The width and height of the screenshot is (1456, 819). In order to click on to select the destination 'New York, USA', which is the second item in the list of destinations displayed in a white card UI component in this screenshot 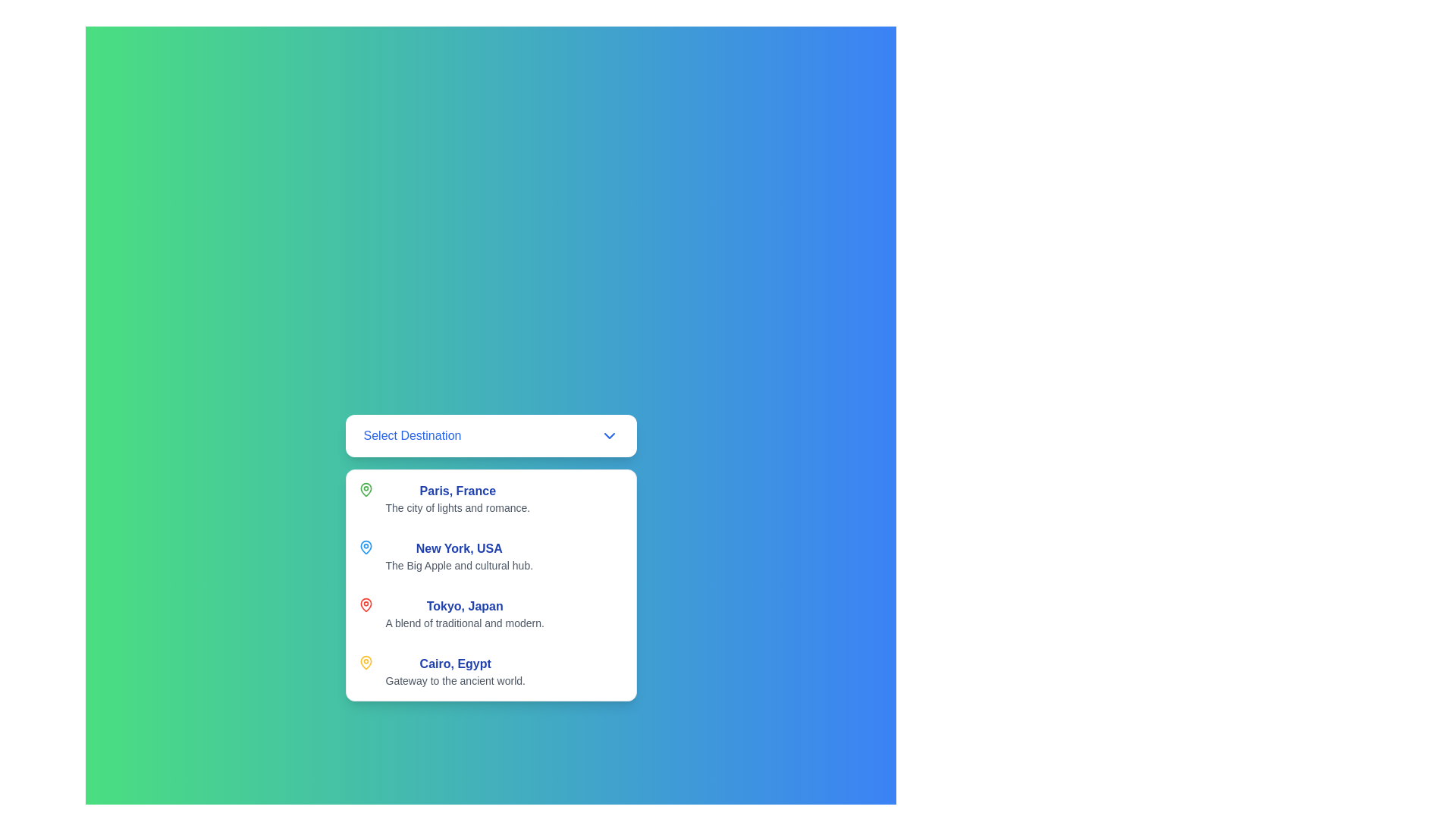, I will do `click(458, 556)`.